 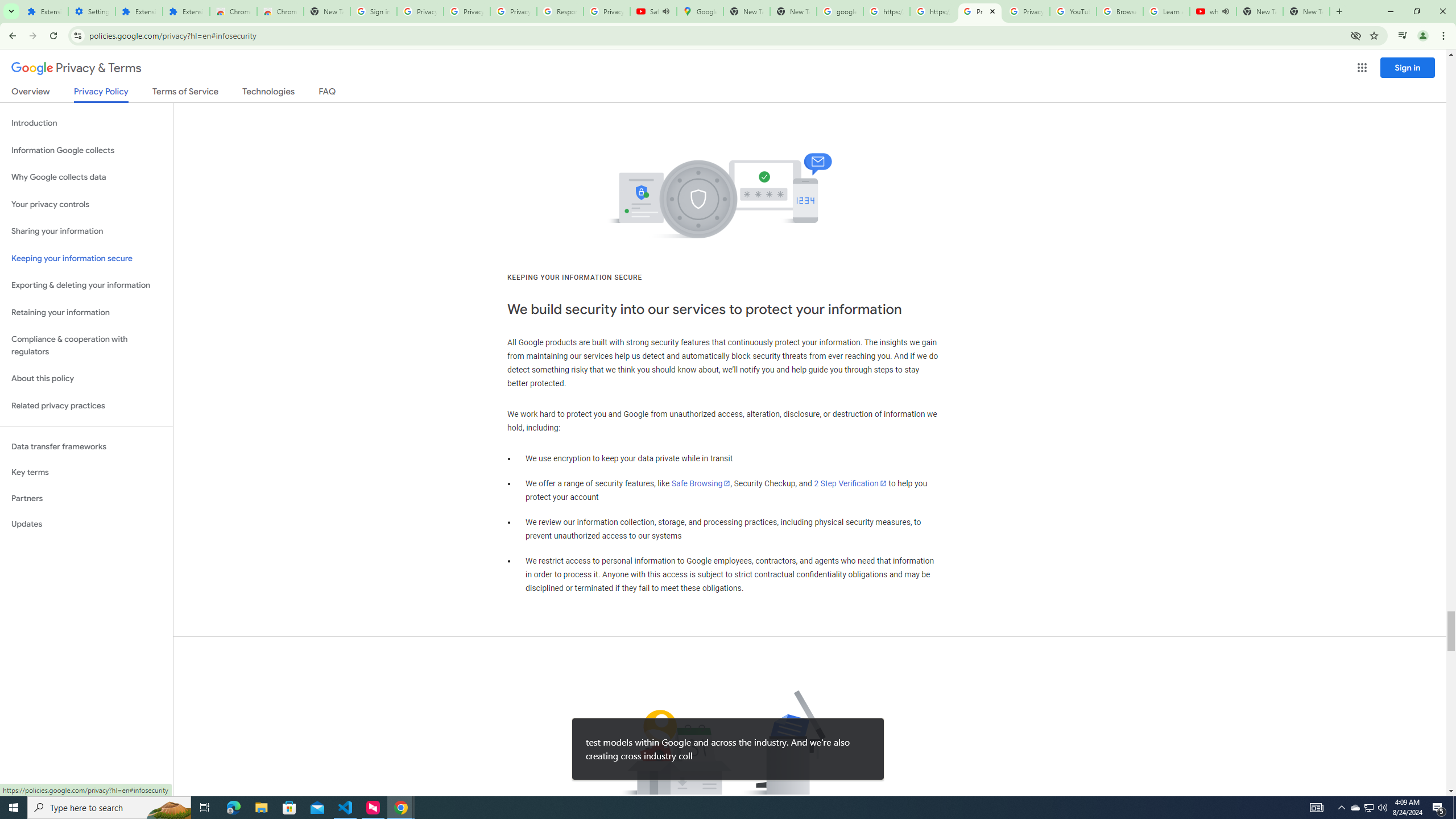 I want to click on 'Settings', so click(x=91, y=11).